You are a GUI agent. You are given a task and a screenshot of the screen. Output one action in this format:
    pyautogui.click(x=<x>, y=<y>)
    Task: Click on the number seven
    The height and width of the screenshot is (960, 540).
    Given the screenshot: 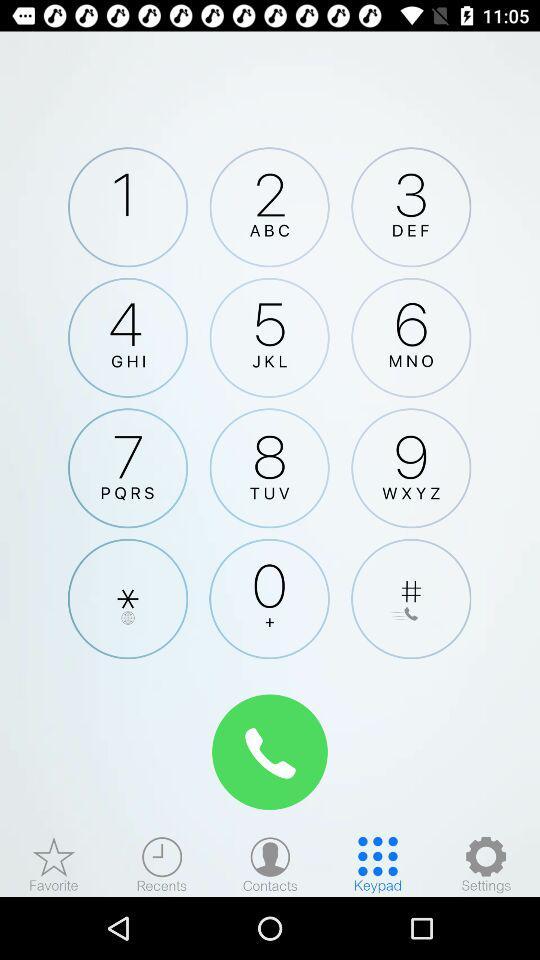 What is the action you would take?
    pyautogui.click(x=128, y=468)
    